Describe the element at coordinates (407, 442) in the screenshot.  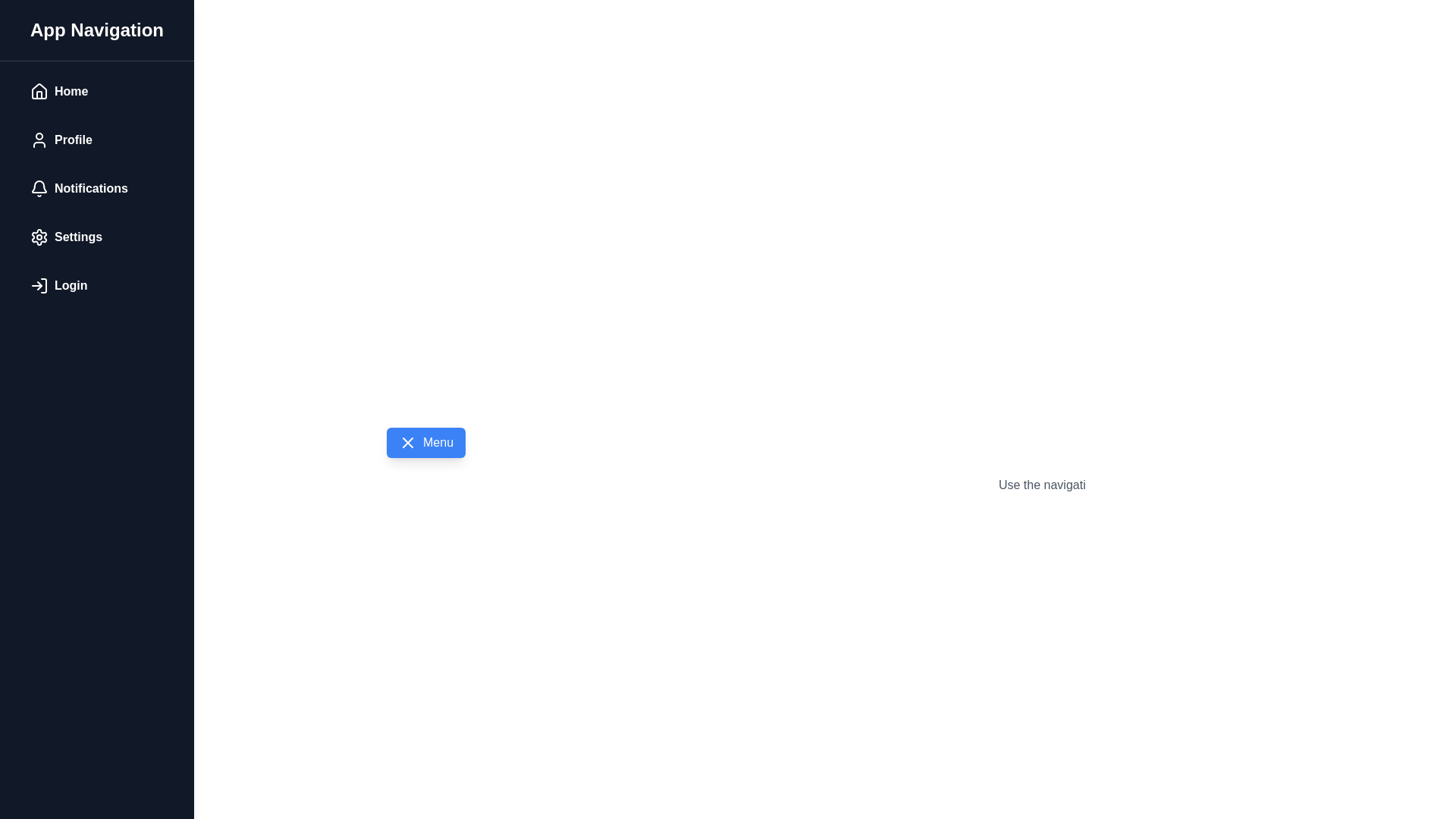
I see `the diagonal cross-shaped icon embedded in the 'Menu' button, which is part of the SVG graphic` at that location.